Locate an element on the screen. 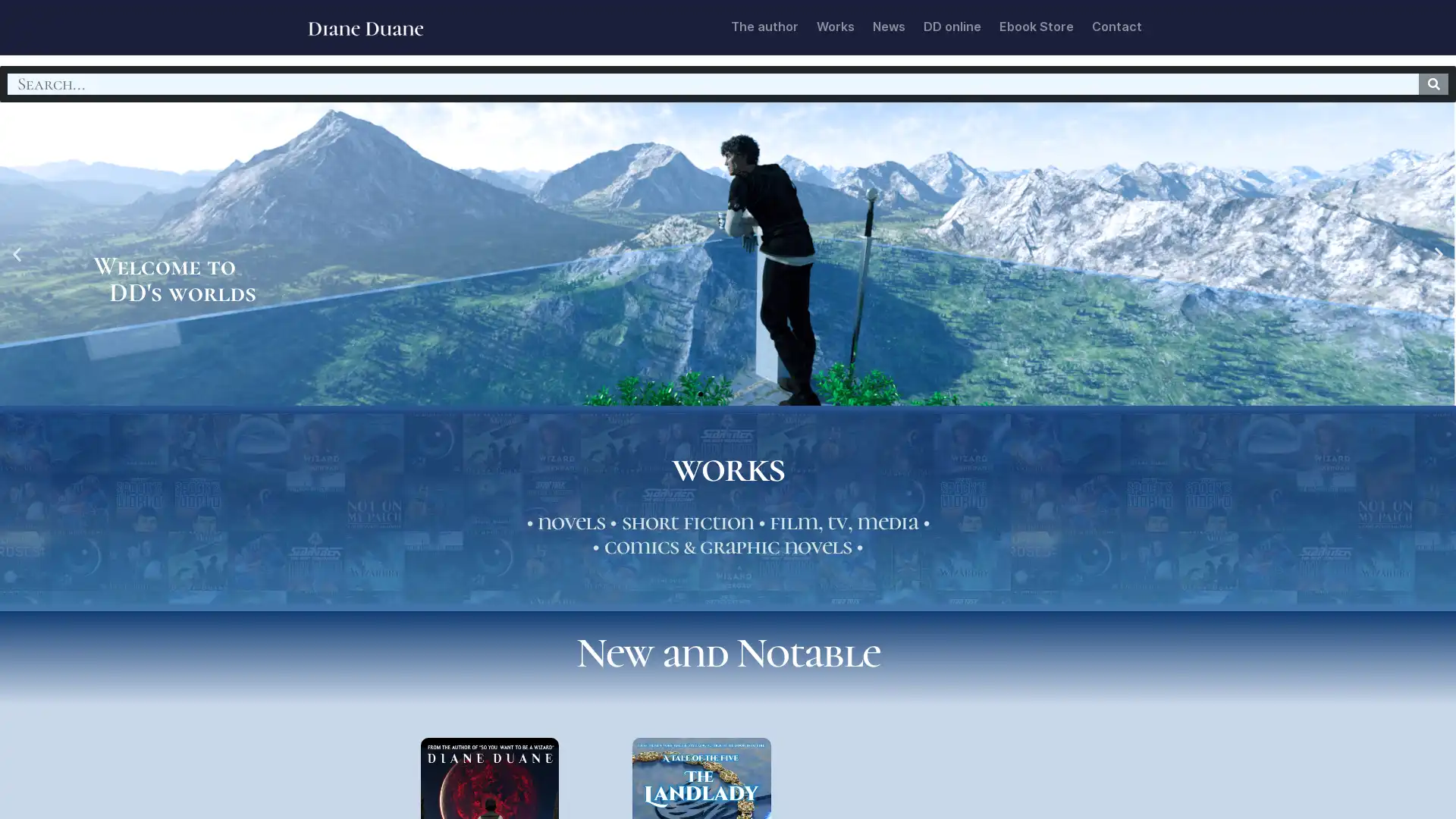  Go to slide 3 is located at coordinates (728, 400).